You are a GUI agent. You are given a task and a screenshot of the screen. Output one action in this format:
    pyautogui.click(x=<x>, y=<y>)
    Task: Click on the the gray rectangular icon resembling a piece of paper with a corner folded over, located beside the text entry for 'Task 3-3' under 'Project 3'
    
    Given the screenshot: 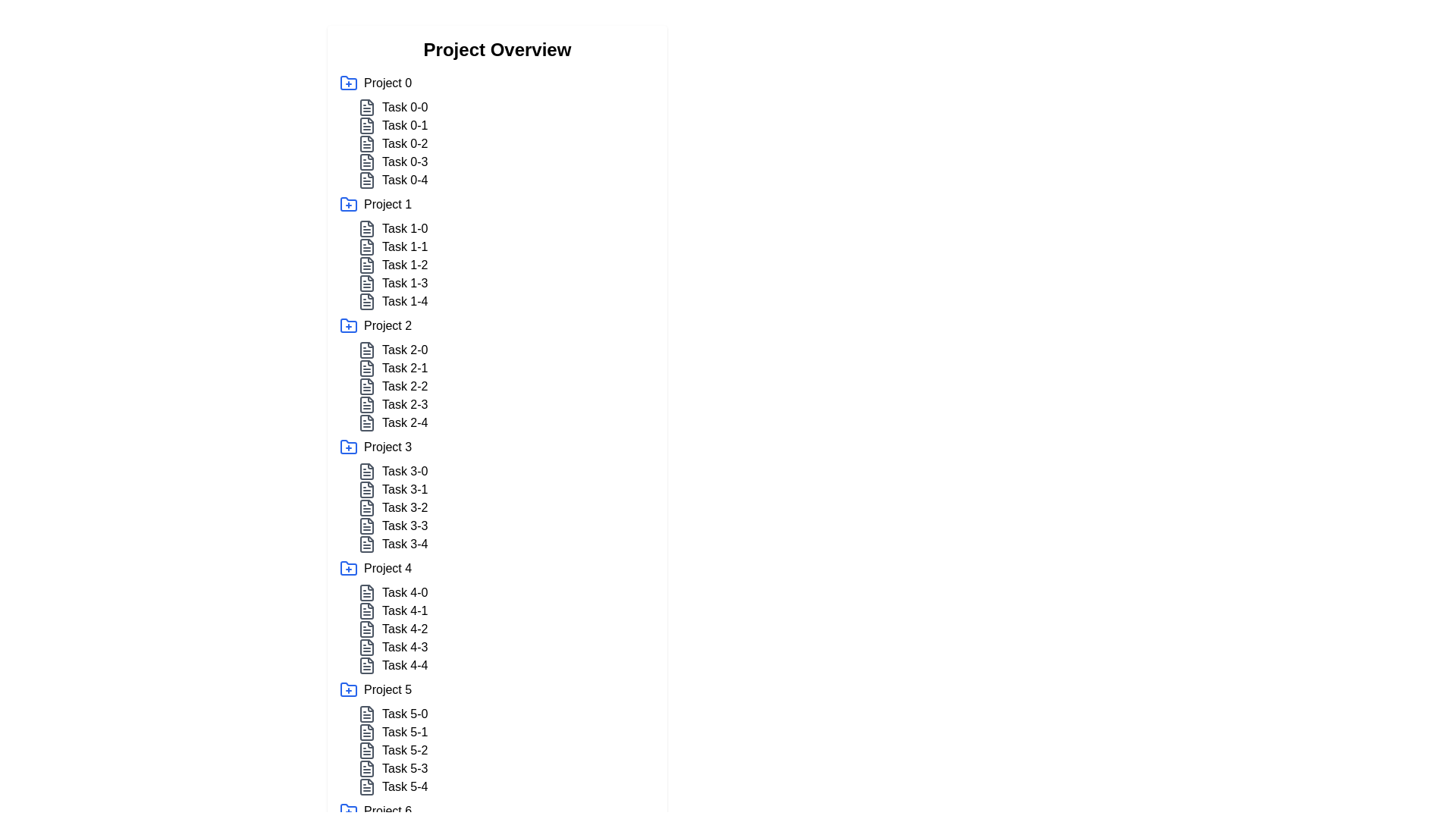 What is the action you would take?
    pyautogui.click(x=367, y=526)
    